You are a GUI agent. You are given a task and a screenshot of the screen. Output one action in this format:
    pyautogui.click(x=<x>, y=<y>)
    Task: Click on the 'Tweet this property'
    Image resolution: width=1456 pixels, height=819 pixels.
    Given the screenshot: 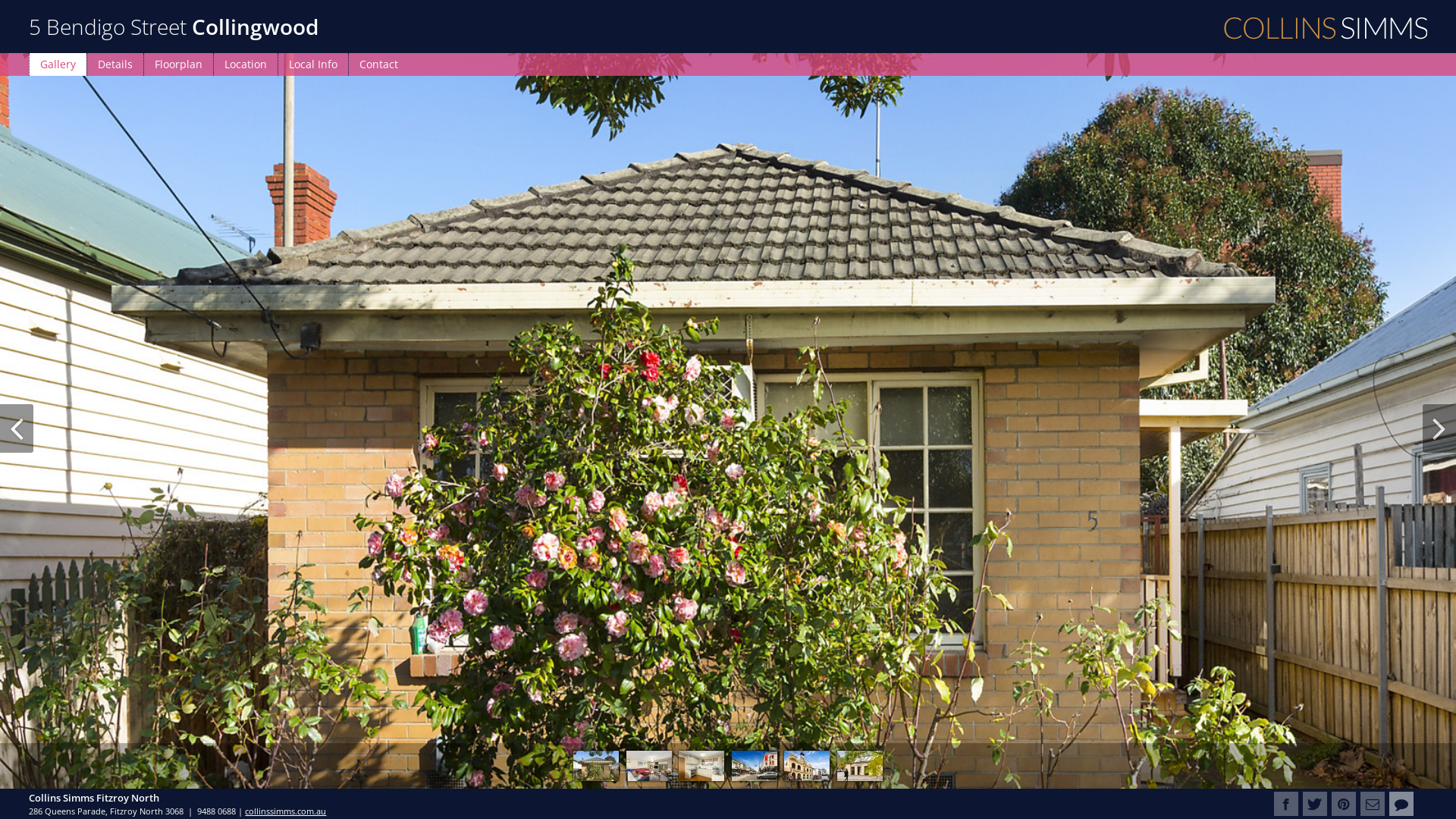 What is the action you would take?
    pyautogui.click(x=1313, y=803)
    